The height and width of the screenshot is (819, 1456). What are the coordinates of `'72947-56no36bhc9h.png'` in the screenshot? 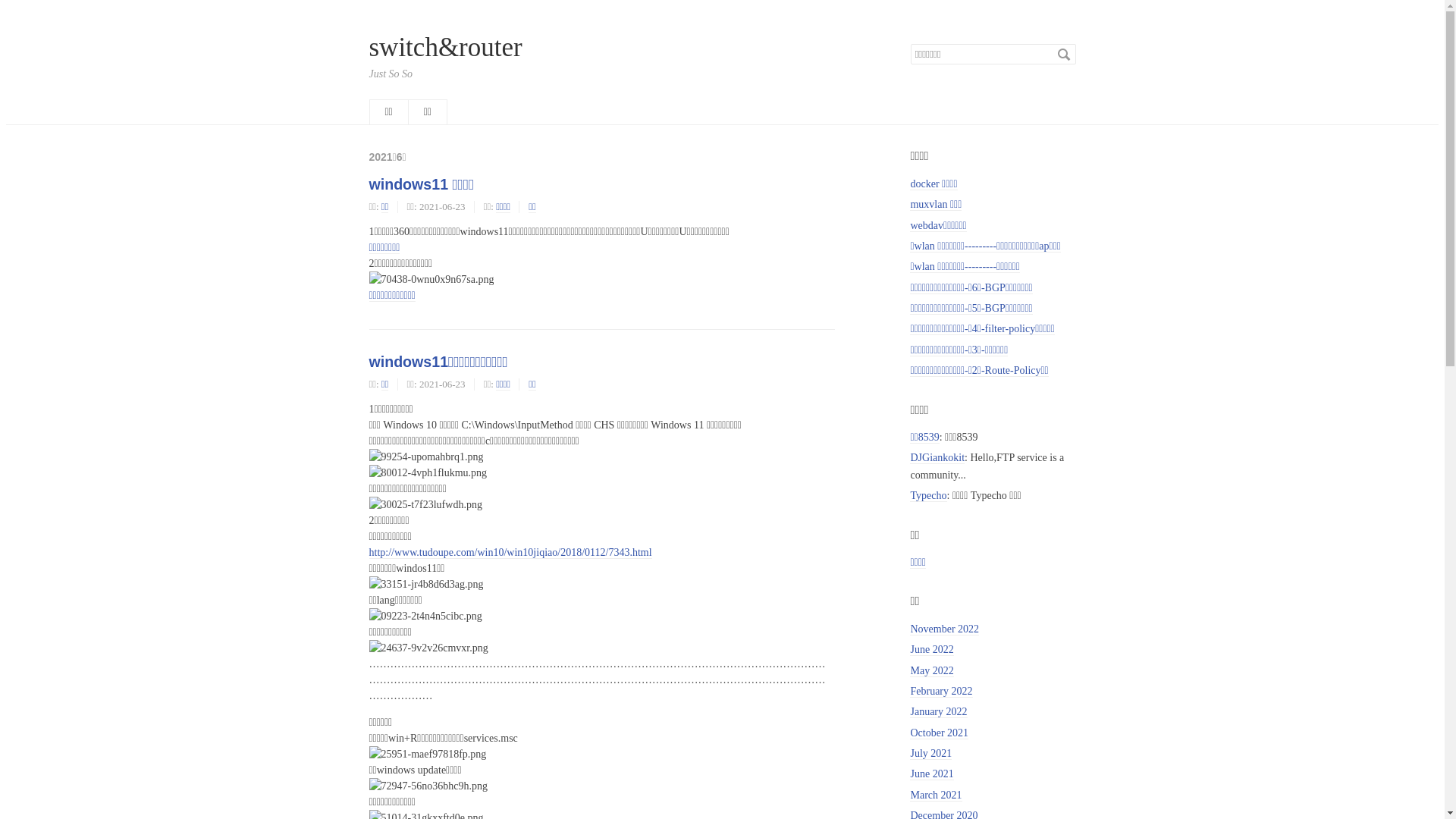 It's located at (426, 785).